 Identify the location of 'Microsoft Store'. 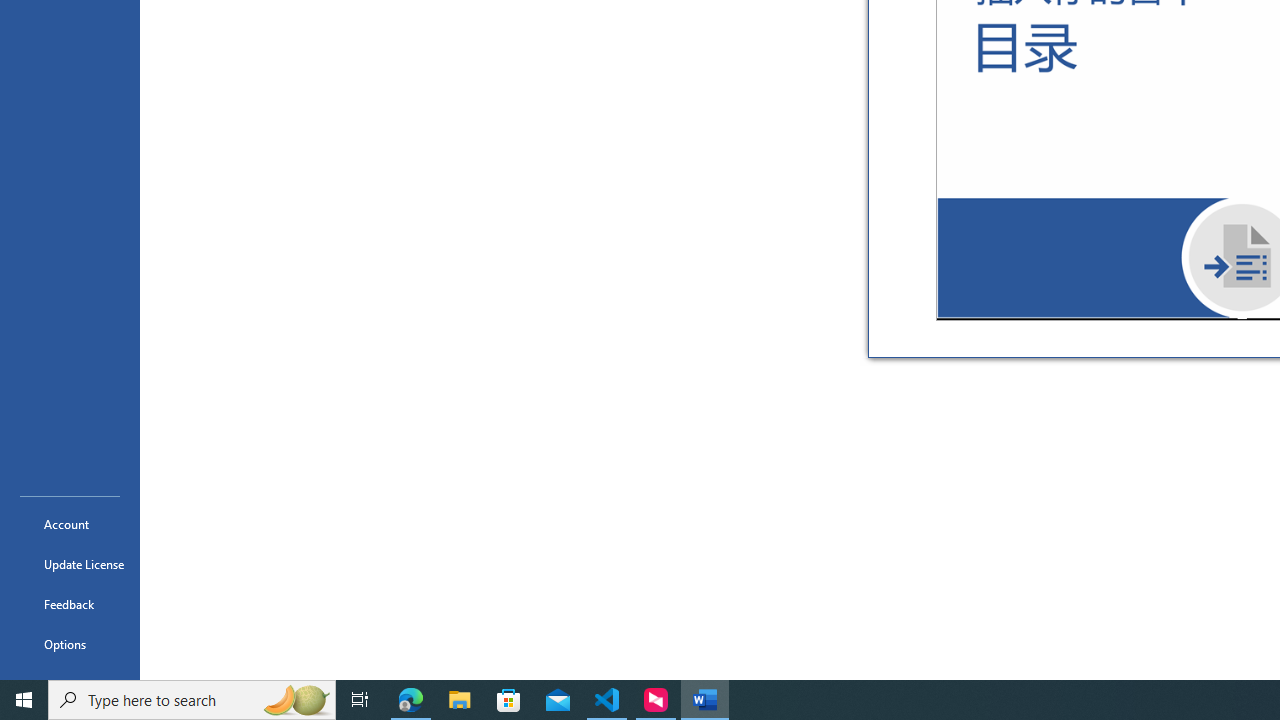
(509, 698).